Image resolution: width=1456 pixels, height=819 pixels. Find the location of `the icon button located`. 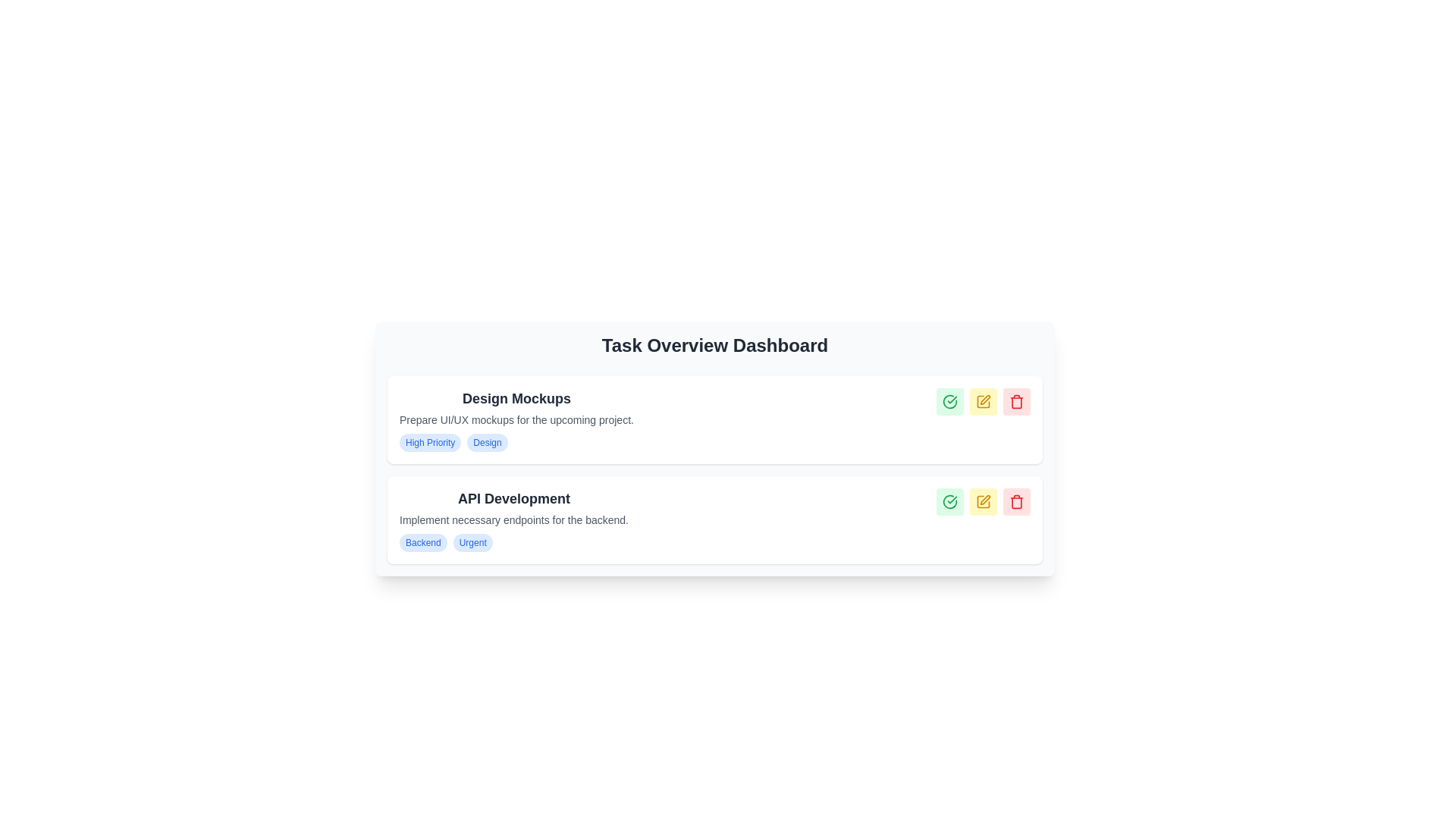

the icon button located is located at coordinates (949, 400).